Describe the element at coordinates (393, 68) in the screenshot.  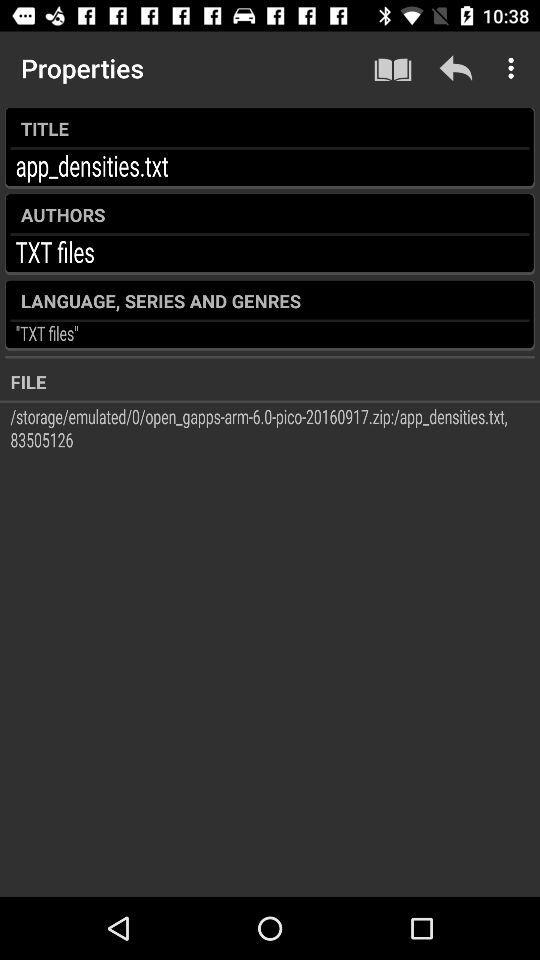
I see `the app next to properties icon` at that location.